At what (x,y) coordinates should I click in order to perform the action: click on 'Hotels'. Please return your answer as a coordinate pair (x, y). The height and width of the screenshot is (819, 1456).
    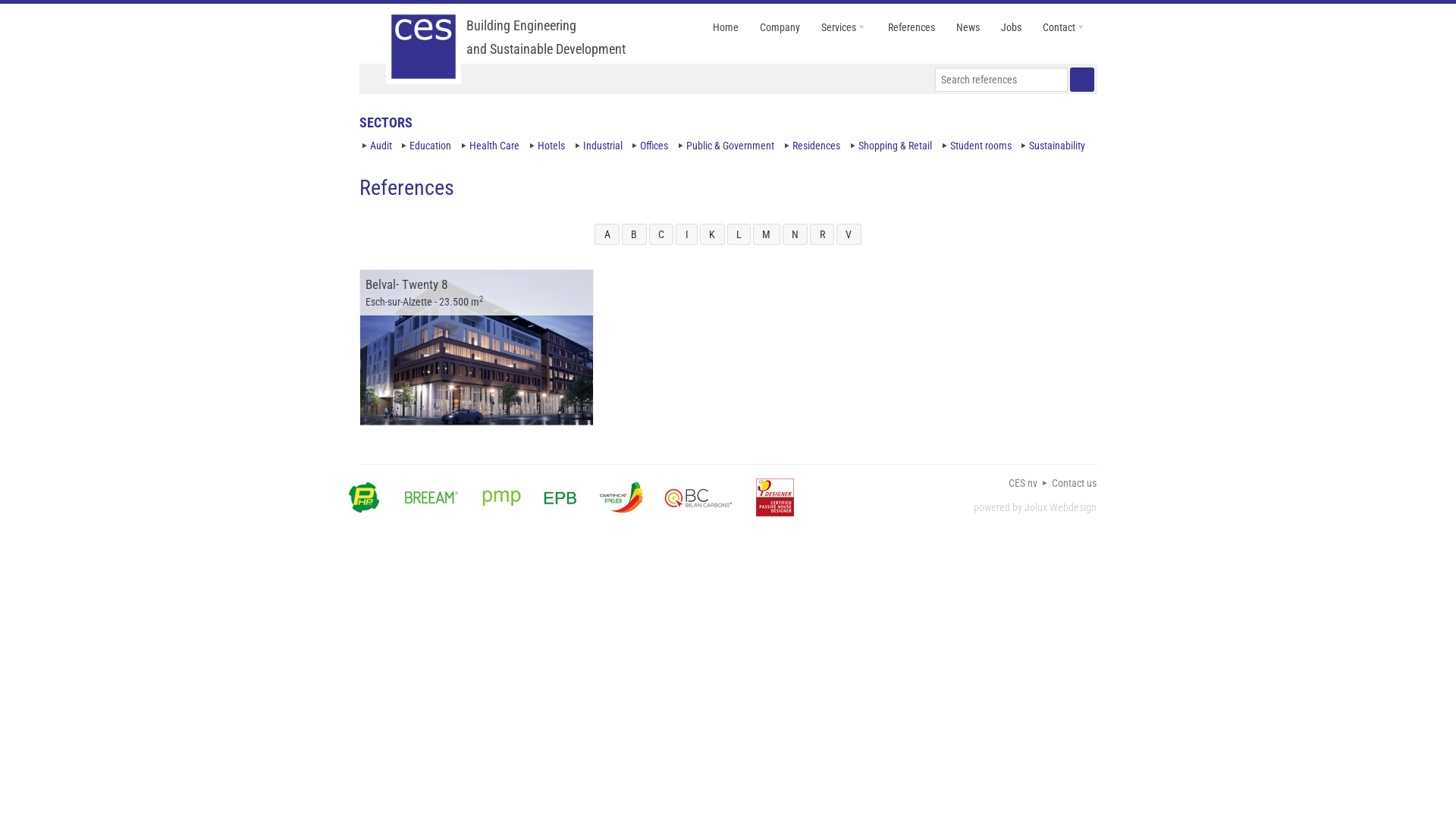
    Looking at the image, I should click on (550, 146).